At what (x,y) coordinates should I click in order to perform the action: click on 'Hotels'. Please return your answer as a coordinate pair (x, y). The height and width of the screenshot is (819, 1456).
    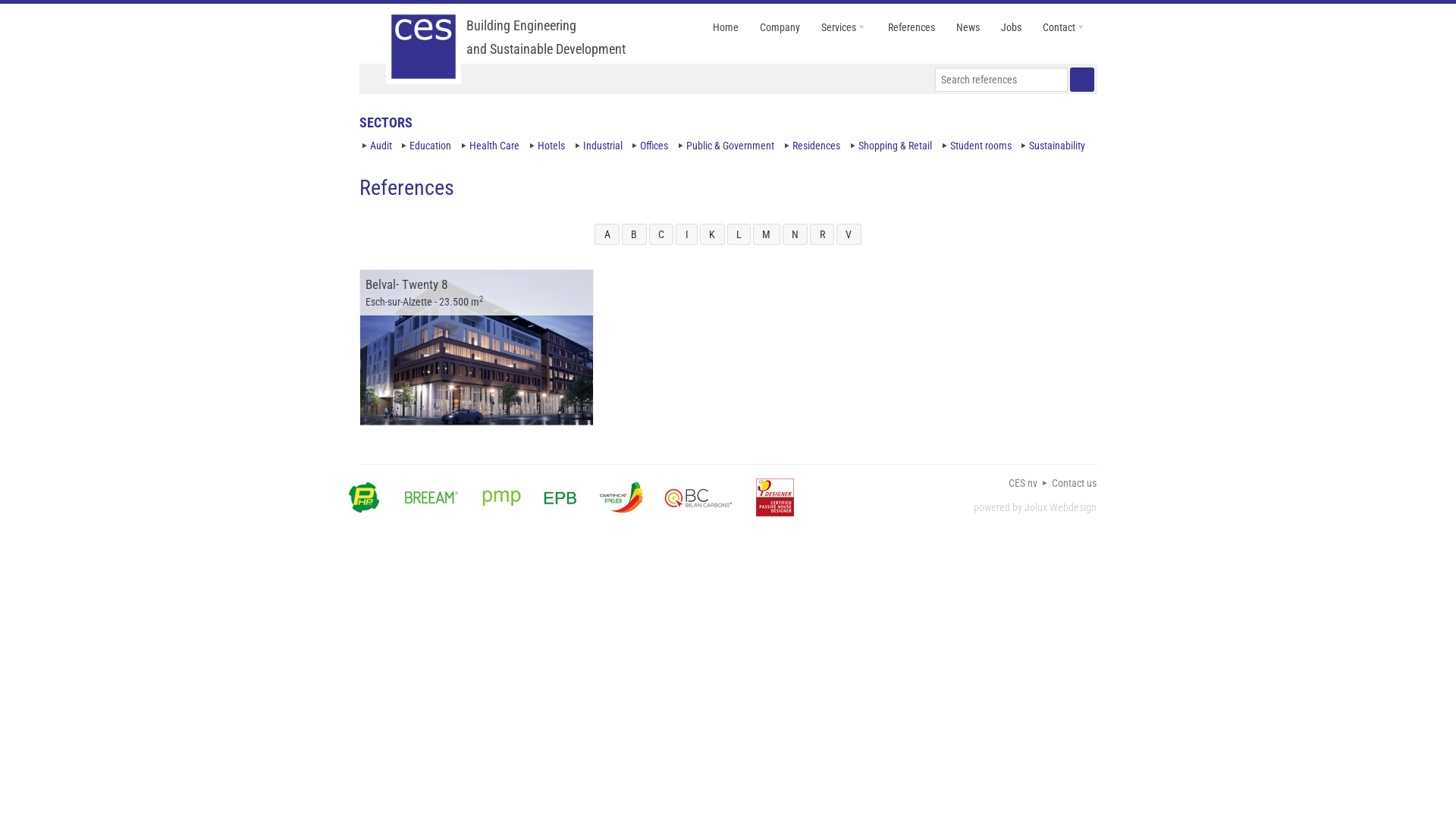
    Looking at the image, I should click on (550, 146).